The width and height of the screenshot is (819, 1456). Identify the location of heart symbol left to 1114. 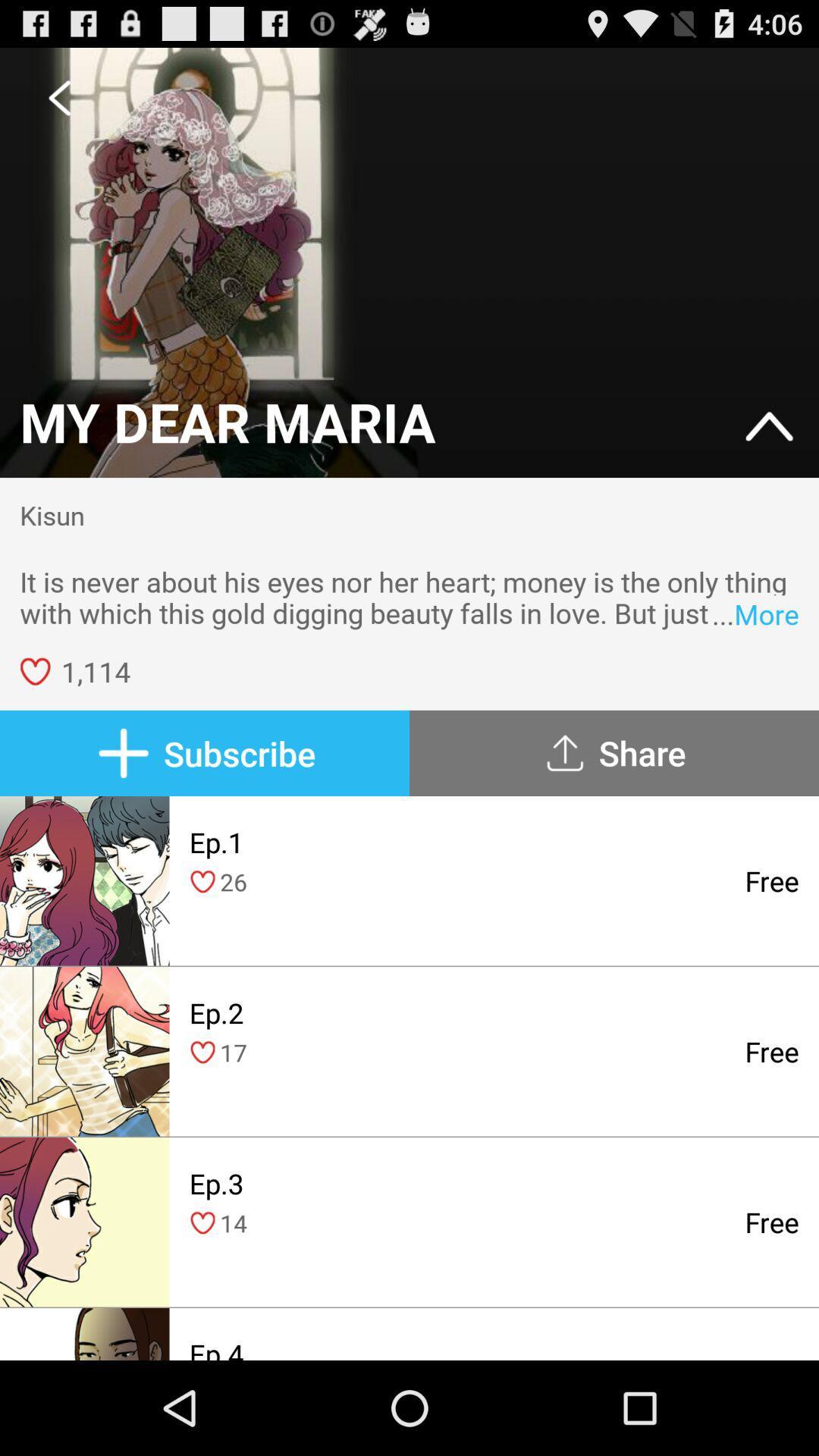
(34, 670).